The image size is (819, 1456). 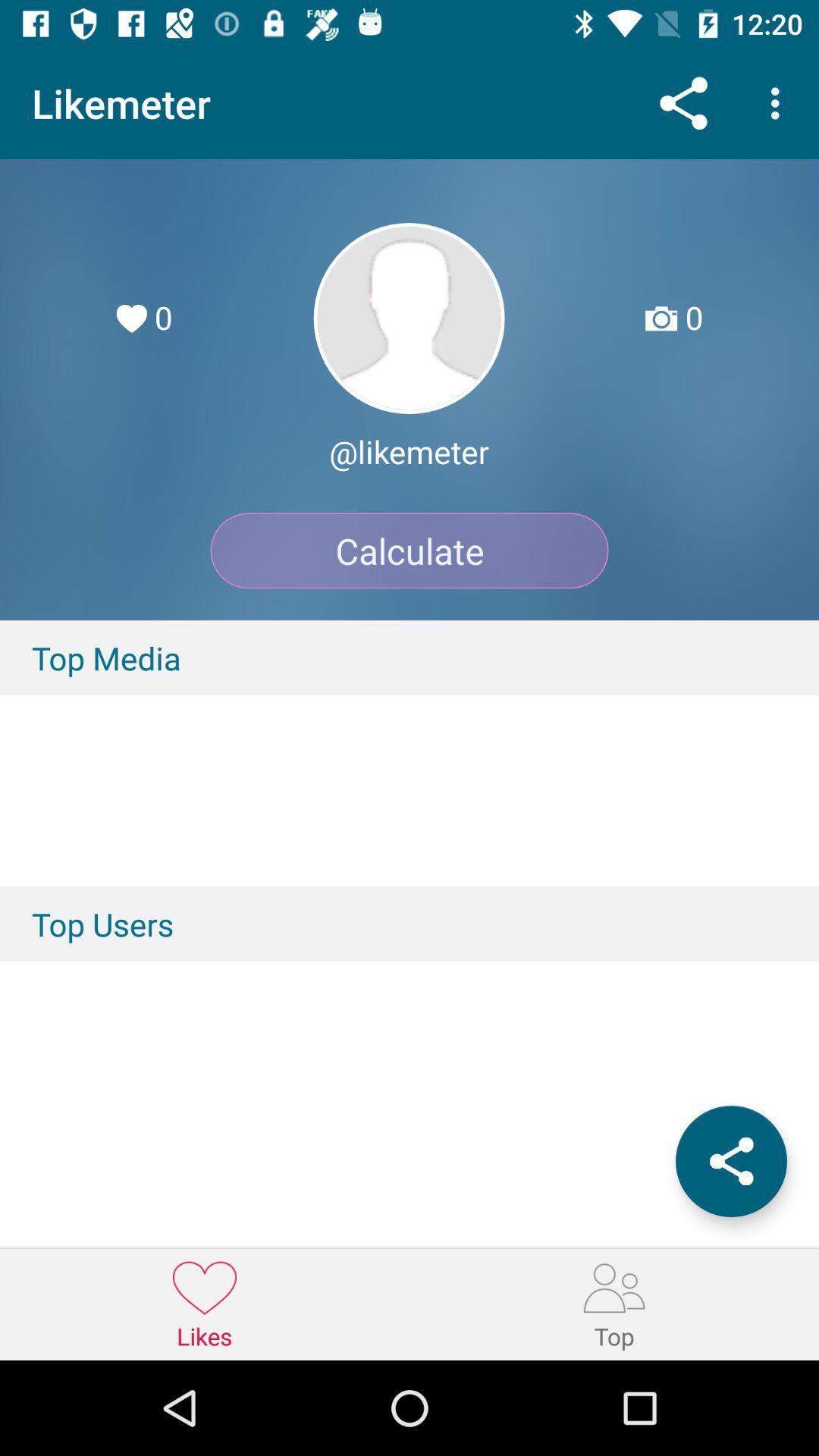 What do you see at coordinates (730, 1160) in the screenshot?
I see `the icon below the top users` at bounding box center [730, 1160].